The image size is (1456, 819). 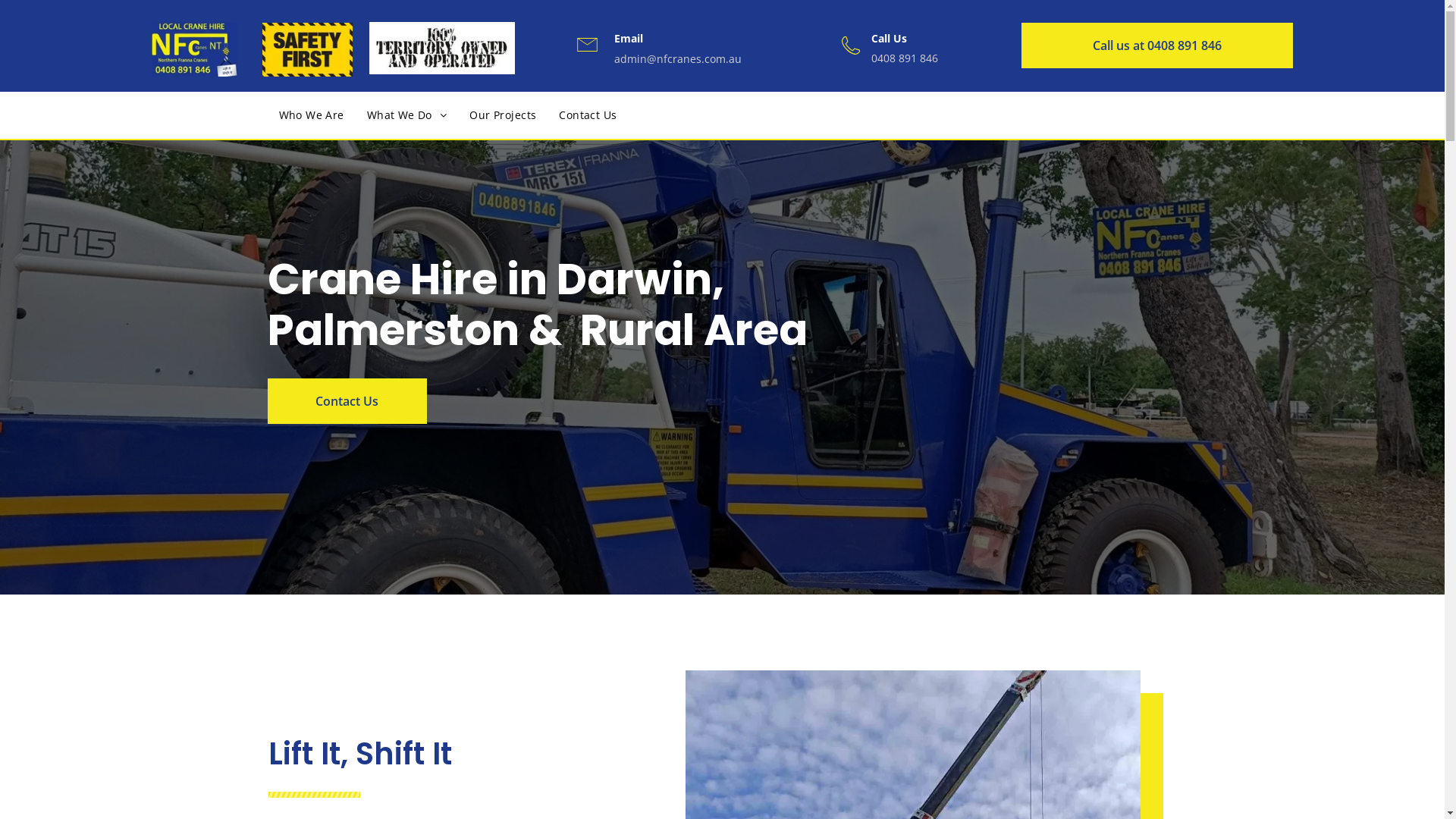 I want to click on 'Who We Are', so click(x=309, y=114).